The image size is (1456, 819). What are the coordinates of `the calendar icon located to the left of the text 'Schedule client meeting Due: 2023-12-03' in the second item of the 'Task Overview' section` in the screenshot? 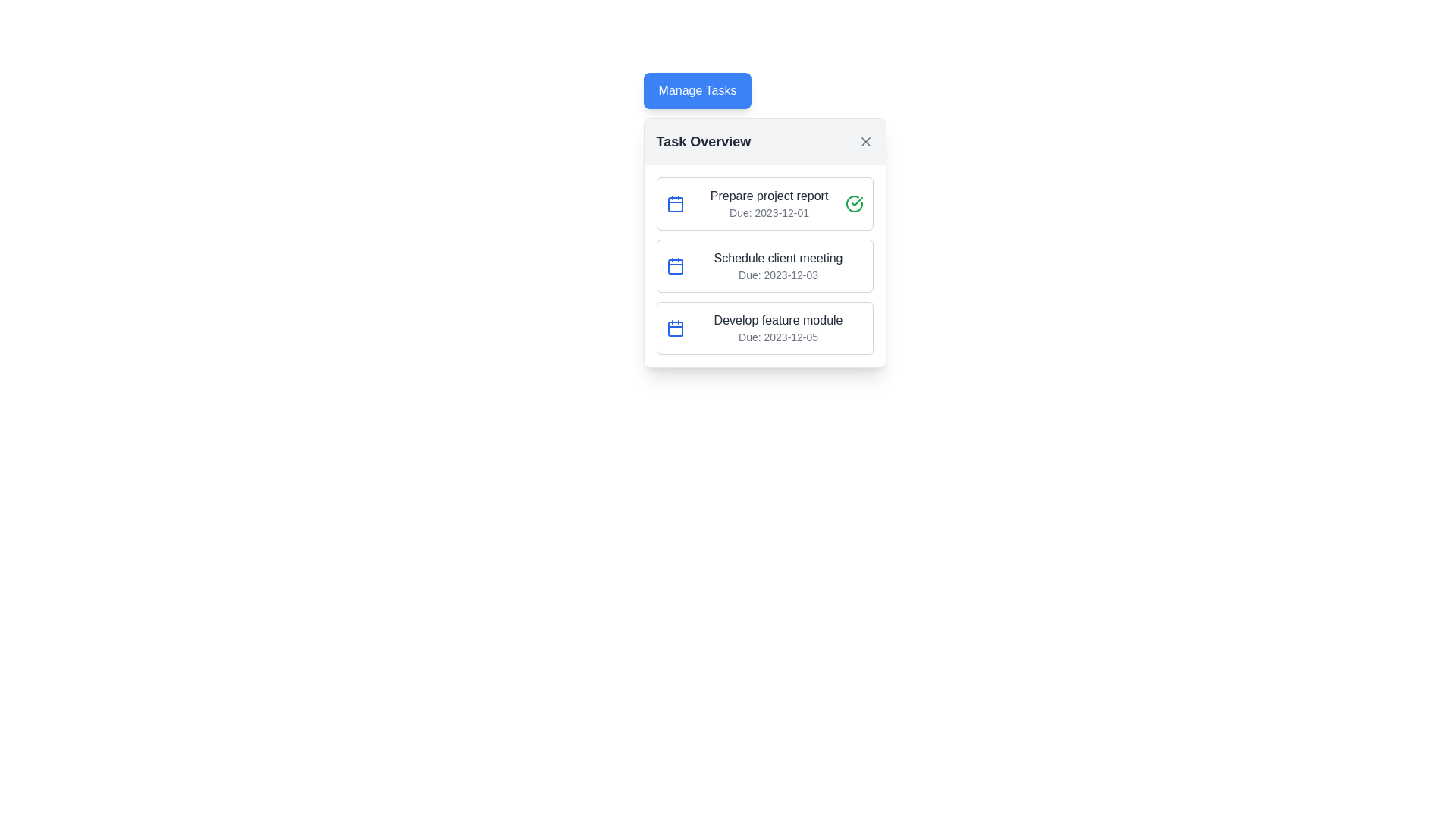 It's located at (674, 265).